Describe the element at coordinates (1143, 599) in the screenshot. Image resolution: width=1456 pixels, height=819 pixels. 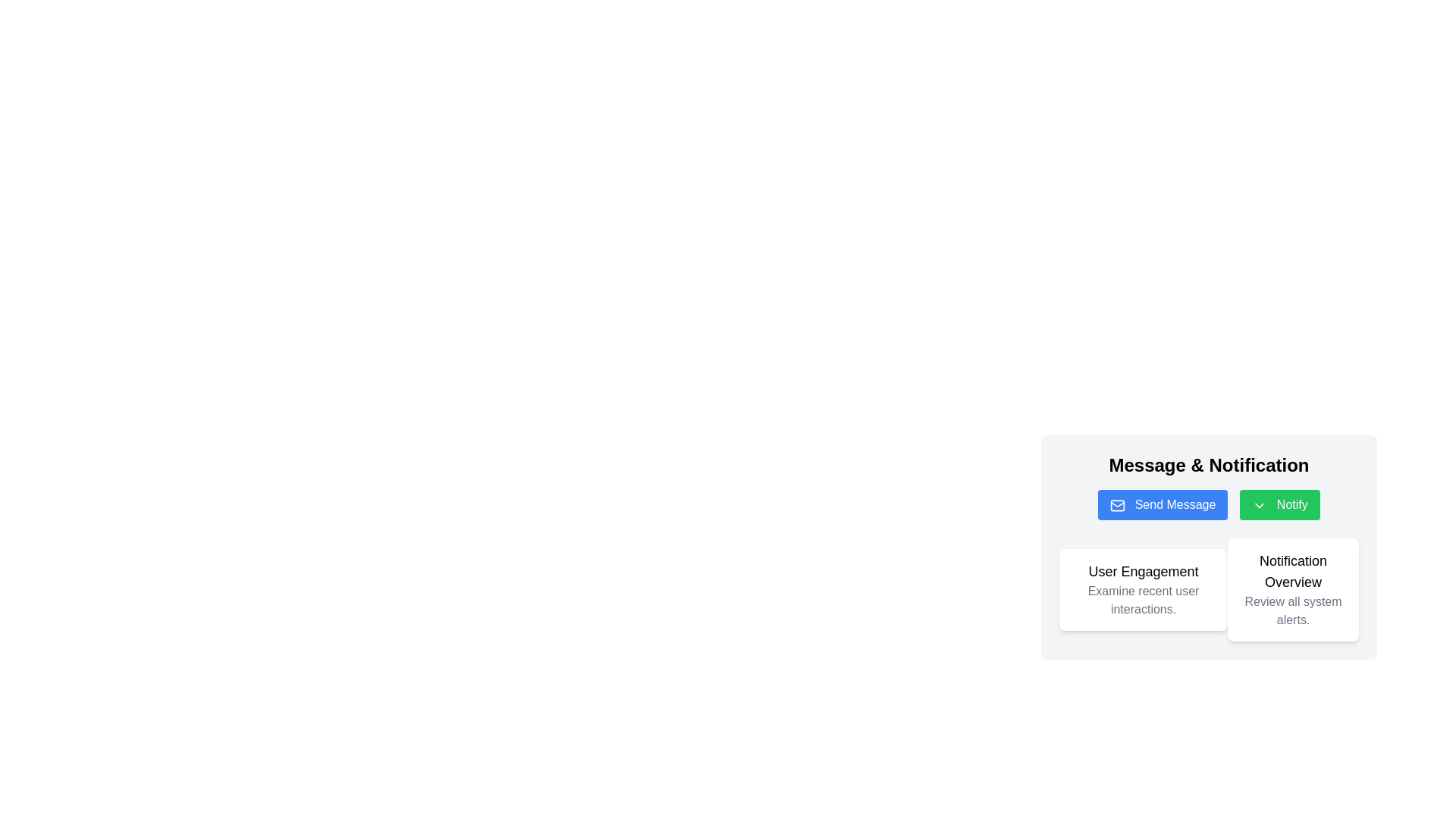
I see `the descriptive text within the 'User Engagement' card, located below its header, to provide context about recent user interactions` at that location.